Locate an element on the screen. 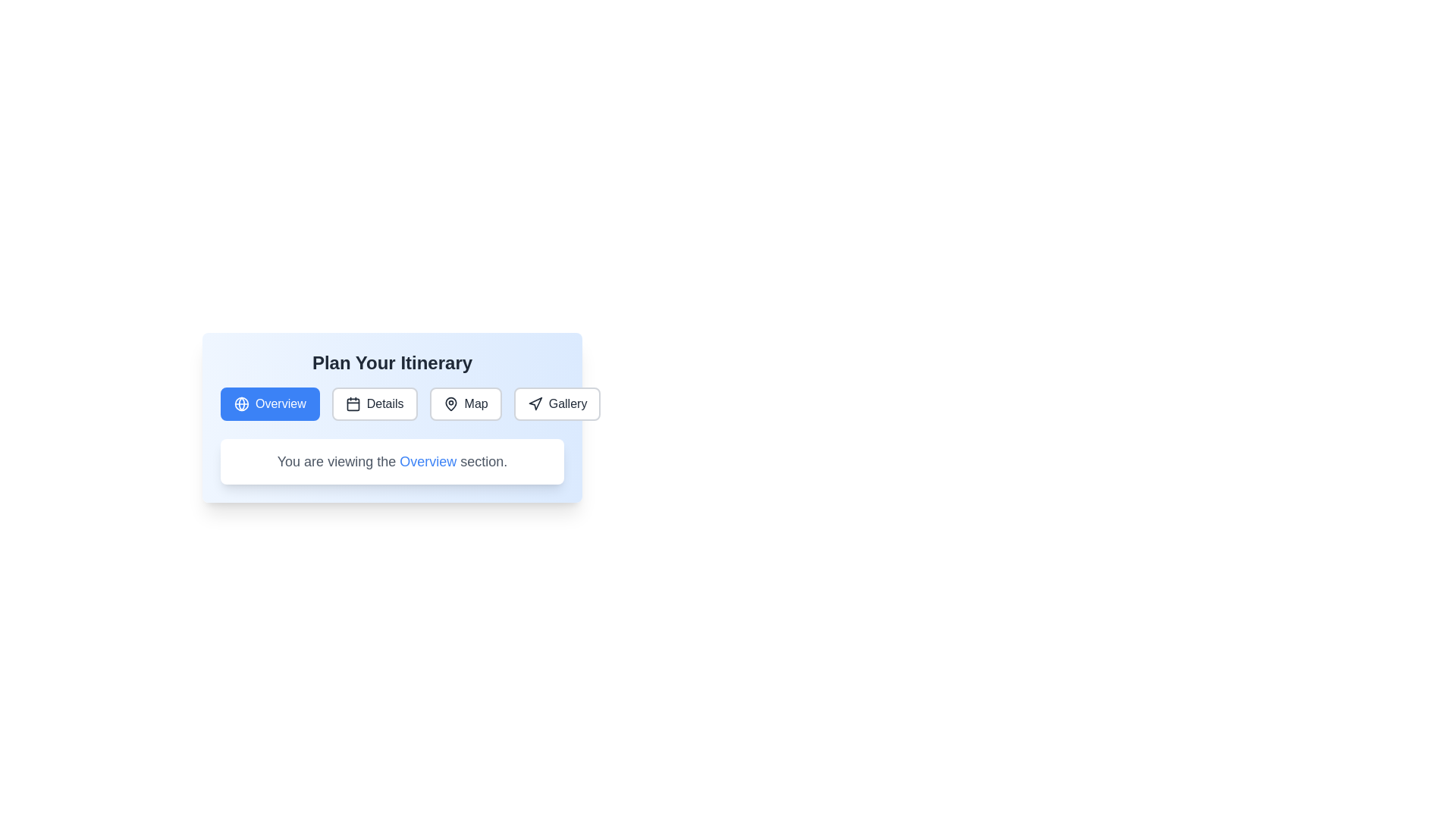 This screenshot has width=1456, height=819. the circular element with a blue outline that is centrally located within the globe icon, which is to the left of the 'Overview' button in the top navigation bar is located at coordinates (240, 403).